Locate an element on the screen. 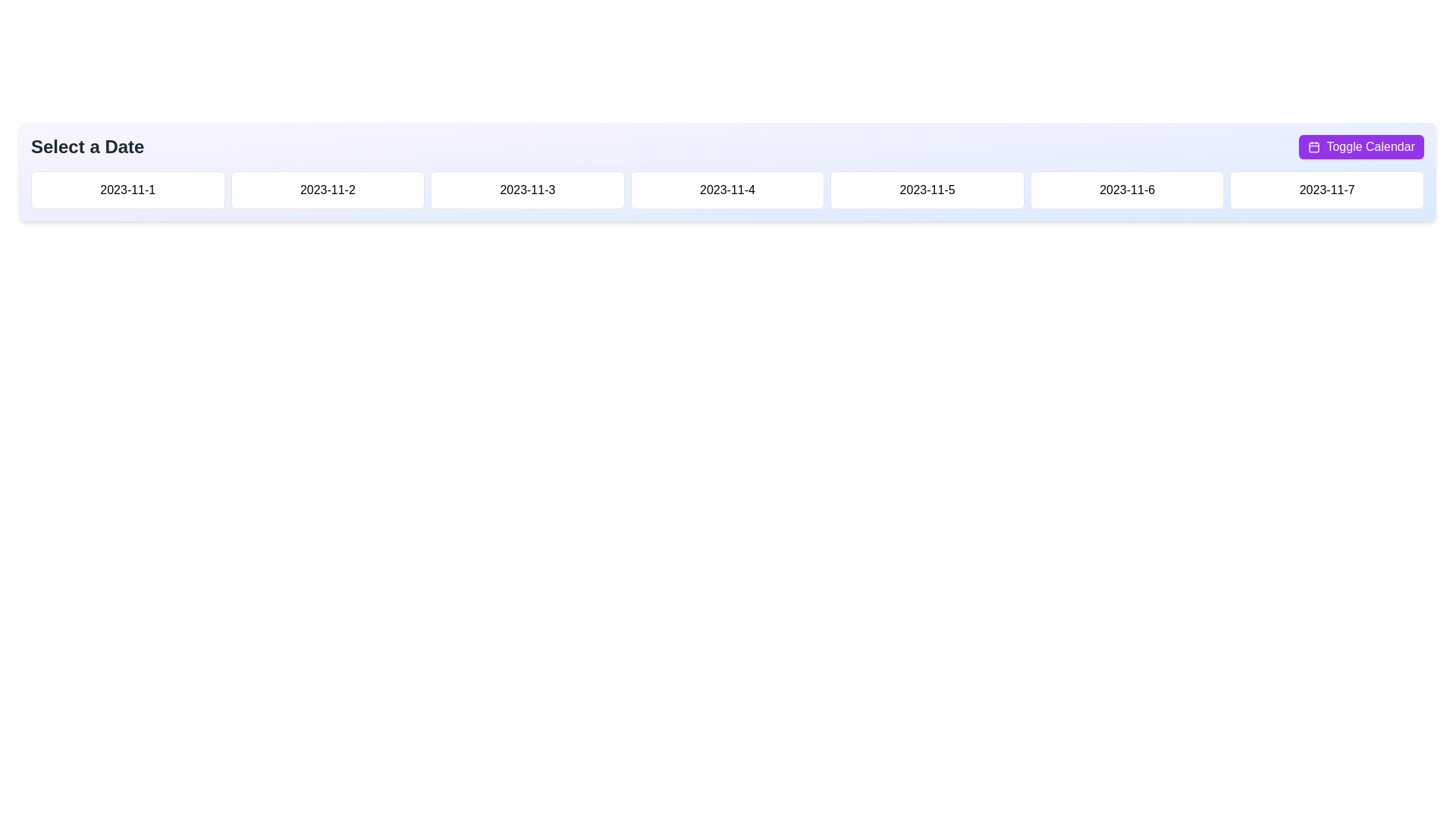 This screenshot has height=819, width=1456. the button is located at coordinates (1326, 189).